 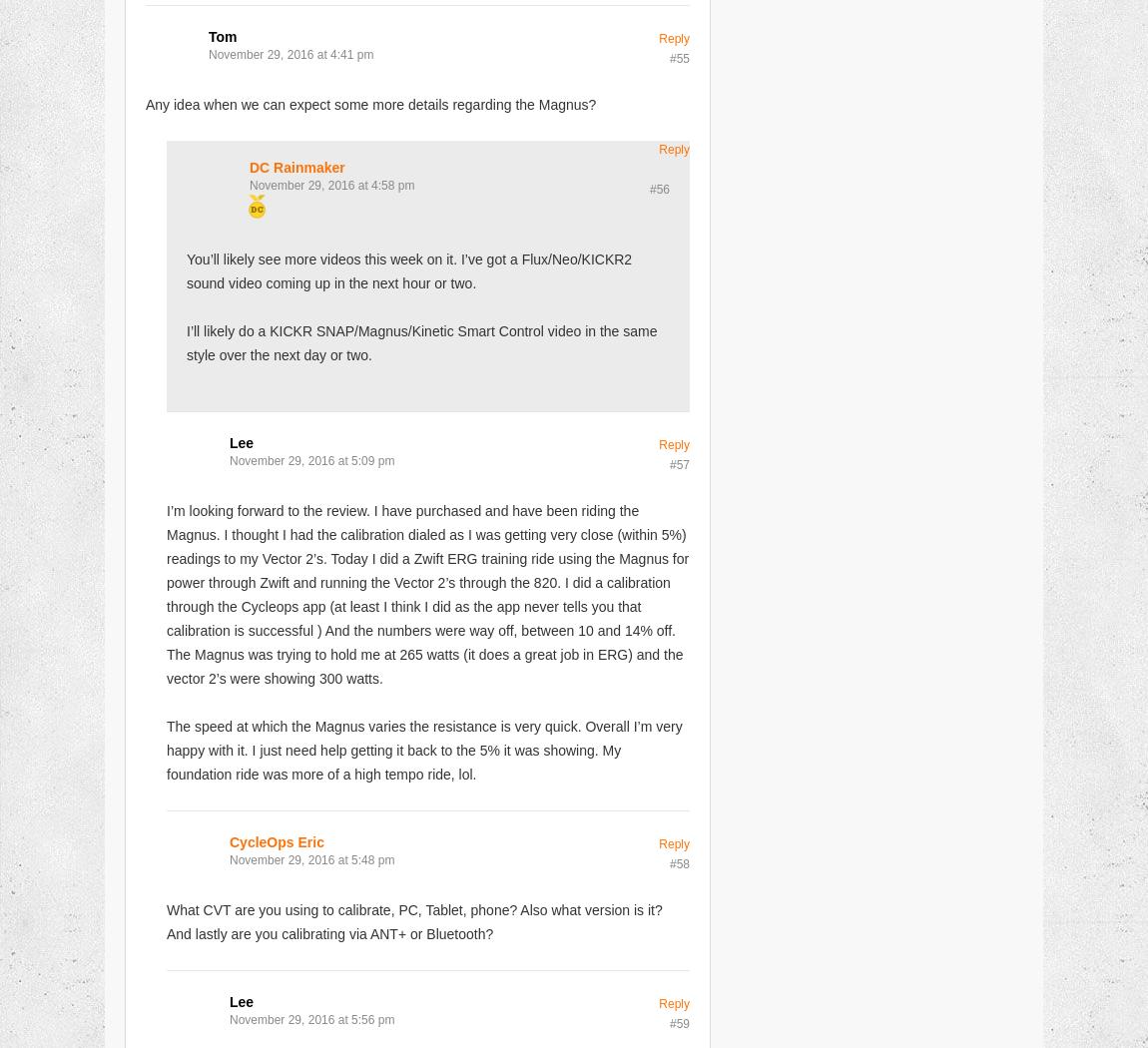 What do you see at coordinates (165, 749) in the screenshot?
I see `'The speed at which the Magnus varies the resistance is very quick. Overall I’m very happy with it. I just need help getting it back to the 5% it was showing. My foundation ride was more of a high tempo ride, lol.'` at bounding box center [165, 749].